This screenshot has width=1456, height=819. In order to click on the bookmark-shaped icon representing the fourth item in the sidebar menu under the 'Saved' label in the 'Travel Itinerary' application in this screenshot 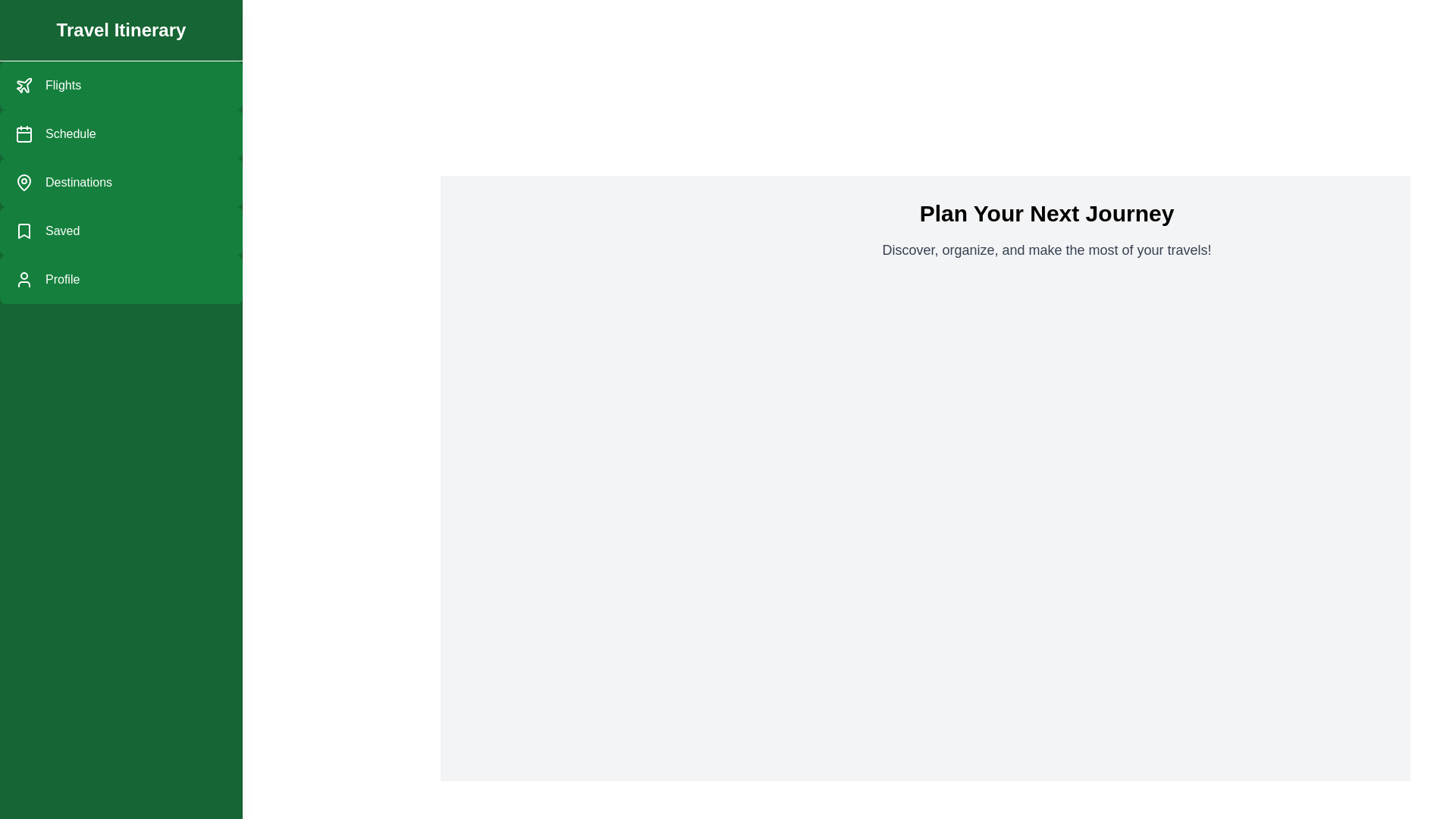, I will do `click(24, 231)`.